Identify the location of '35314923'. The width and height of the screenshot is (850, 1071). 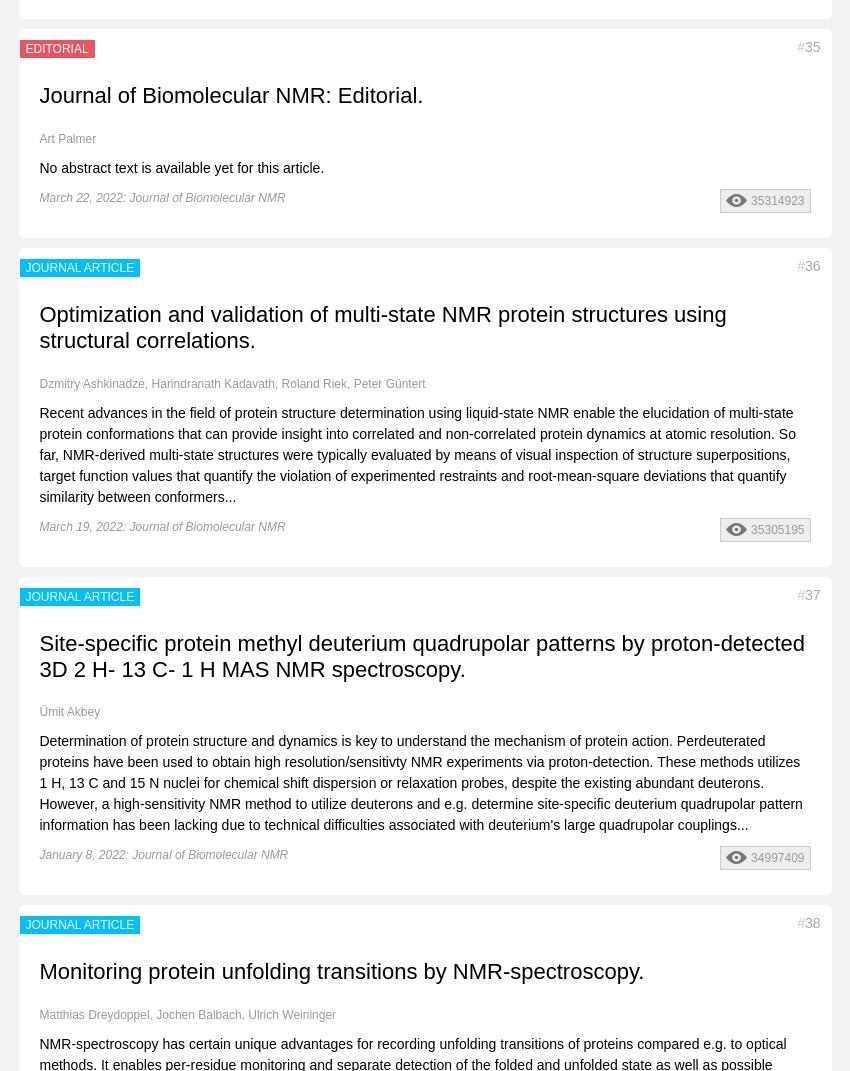
(776, 198).